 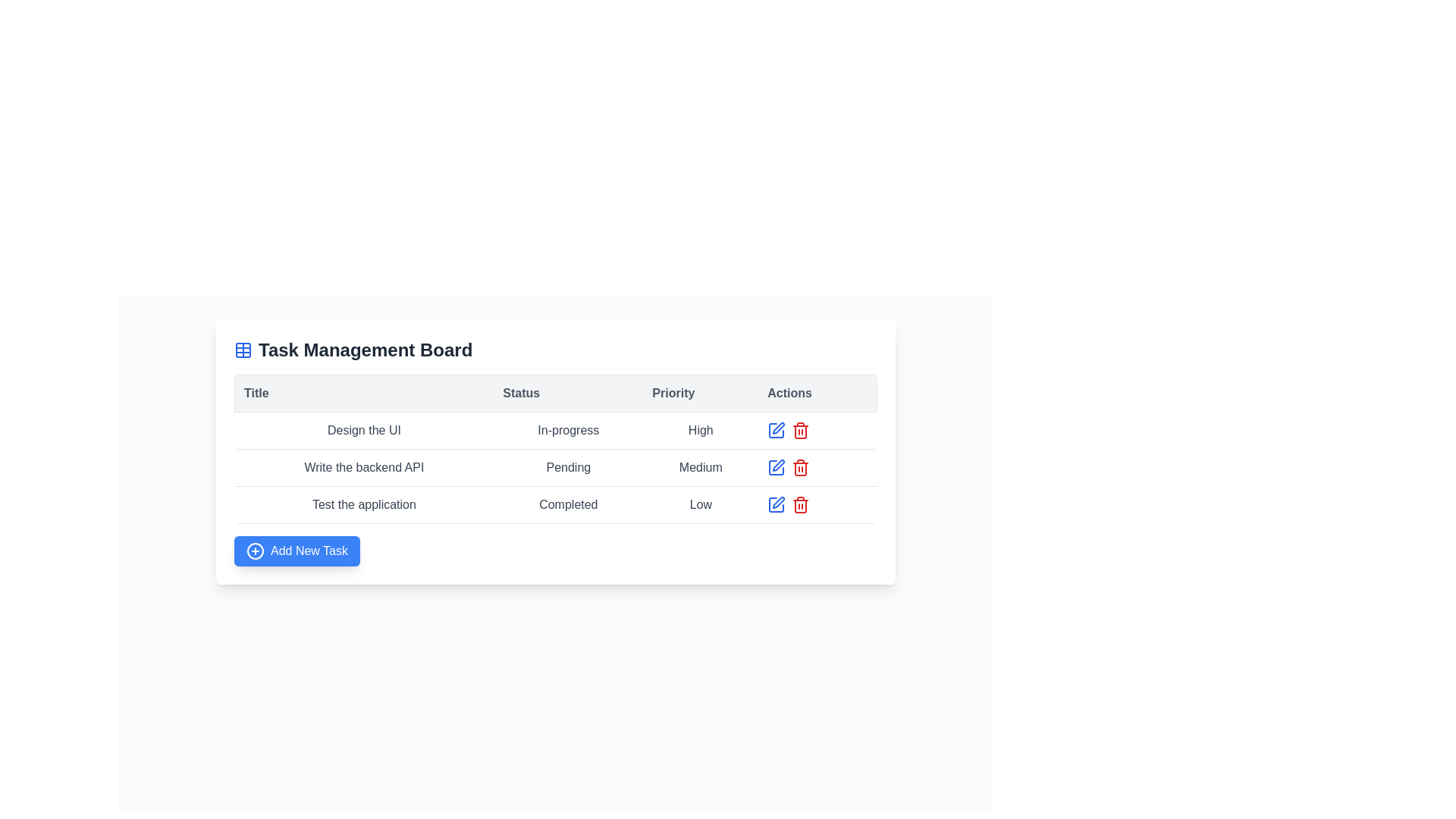 I want to click on the circular icon with a 10-unit radius that is centrally positioned within the 'Add New Task' button located at the bottom-left of the task management board interface, so click(x=255, y=551).